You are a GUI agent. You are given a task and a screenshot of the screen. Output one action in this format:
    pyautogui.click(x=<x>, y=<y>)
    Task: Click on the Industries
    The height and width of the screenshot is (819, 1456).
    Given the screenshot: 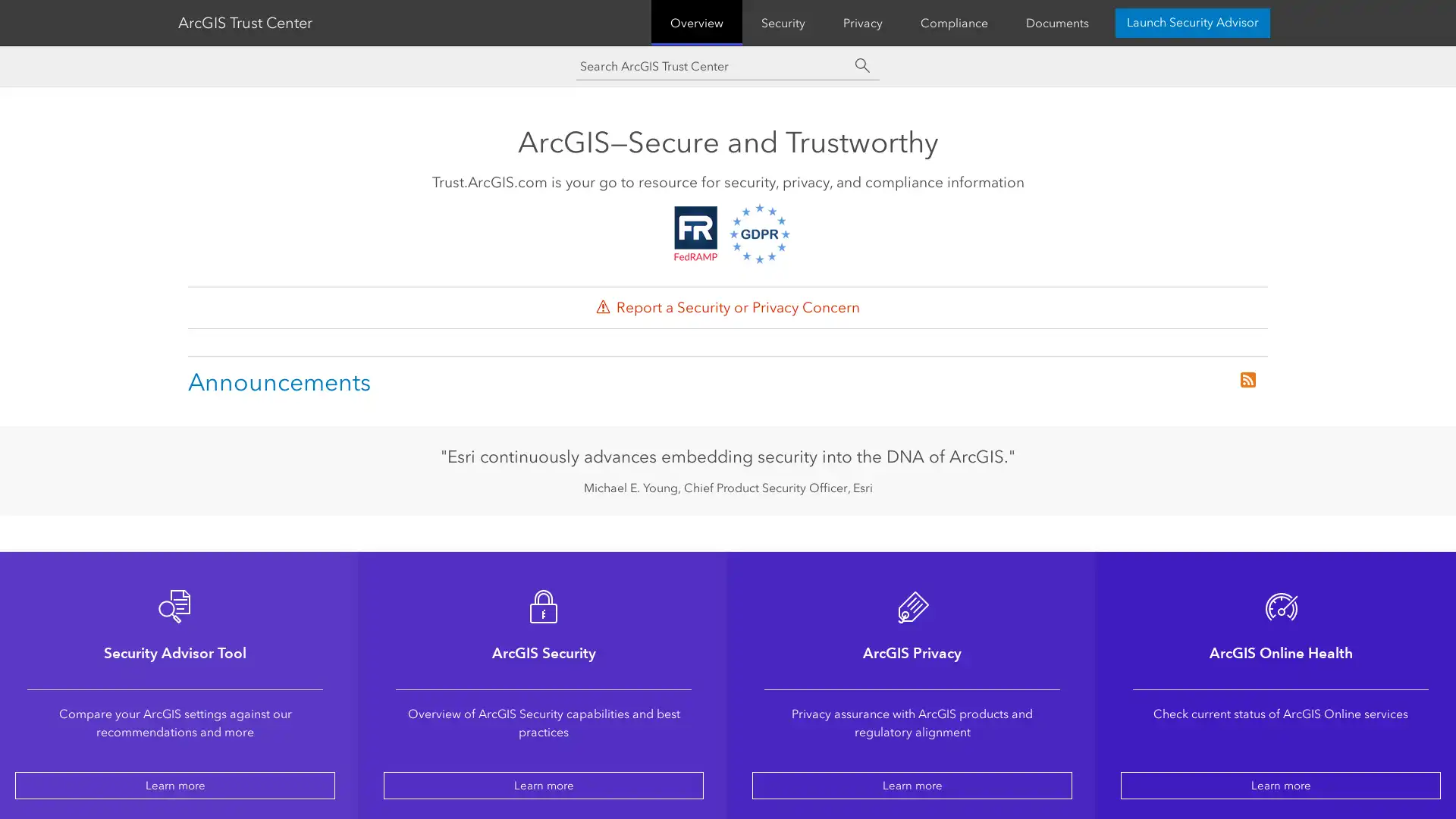 What is the action you would take?
    pyautogui.click(x=377, y=20)
    